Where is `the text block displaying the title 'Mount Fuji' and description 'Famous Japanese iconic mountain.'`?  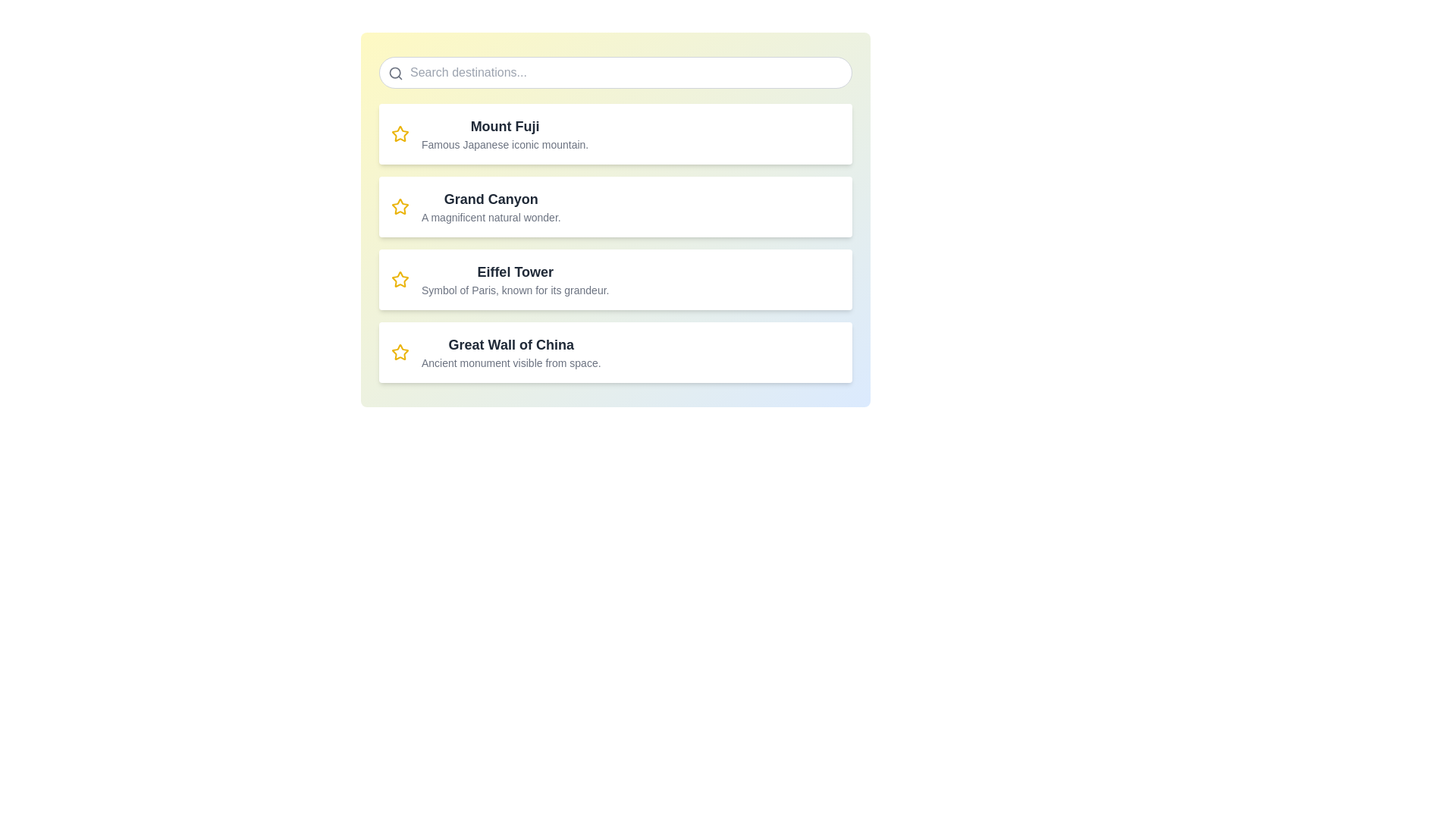 the text block displaying the title 'Mount Fuji' and description 'Famous Japanese iconic mountain.' is located at coordinates (505, 133).